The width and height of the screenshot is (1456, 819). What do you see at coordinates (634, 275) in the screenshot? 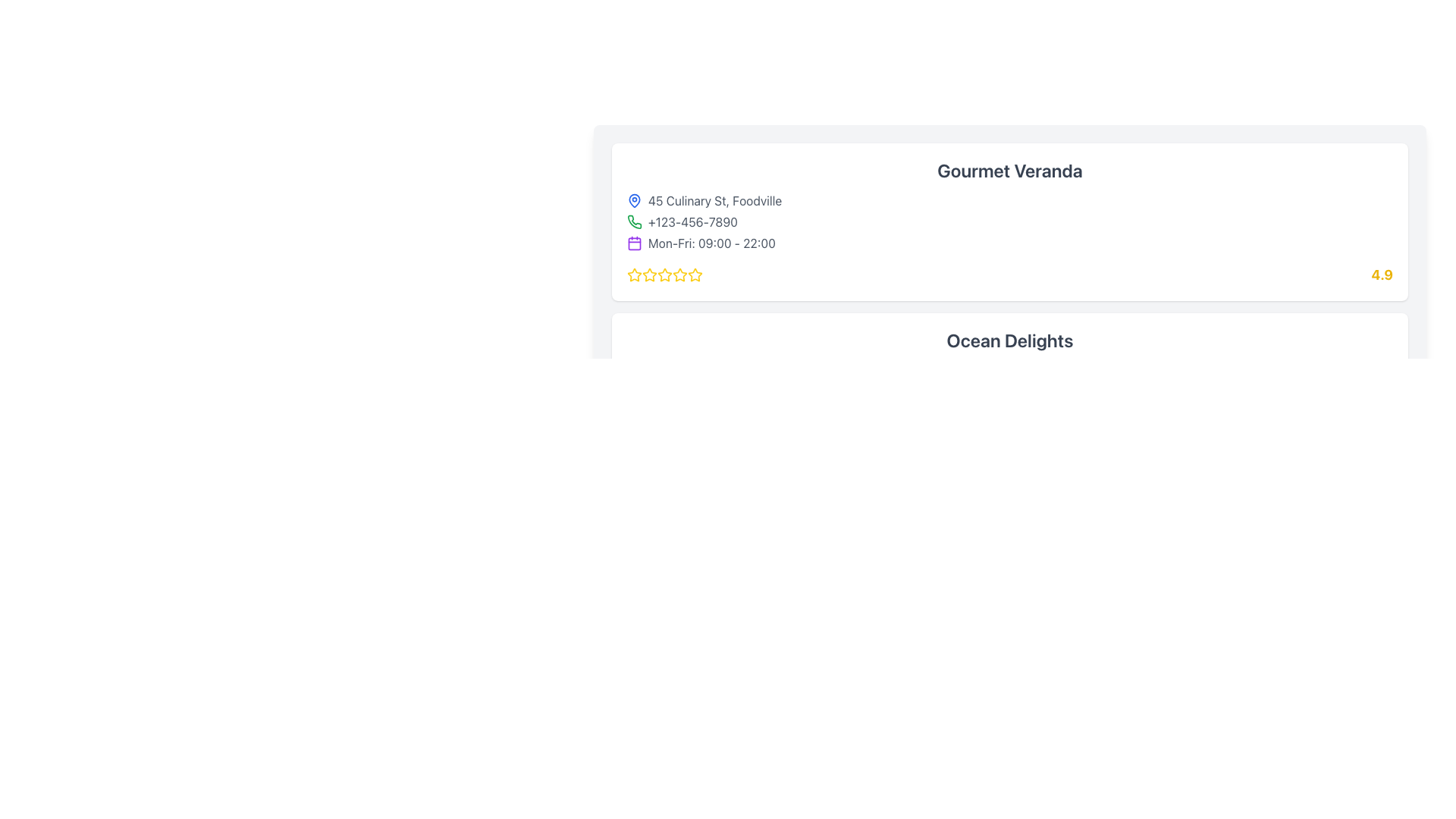
I see `the first rating star icon with a hollow center and yellow border, located at the bottom of the 'Gourmet Veranda' box` at bounding box center [634, 275].